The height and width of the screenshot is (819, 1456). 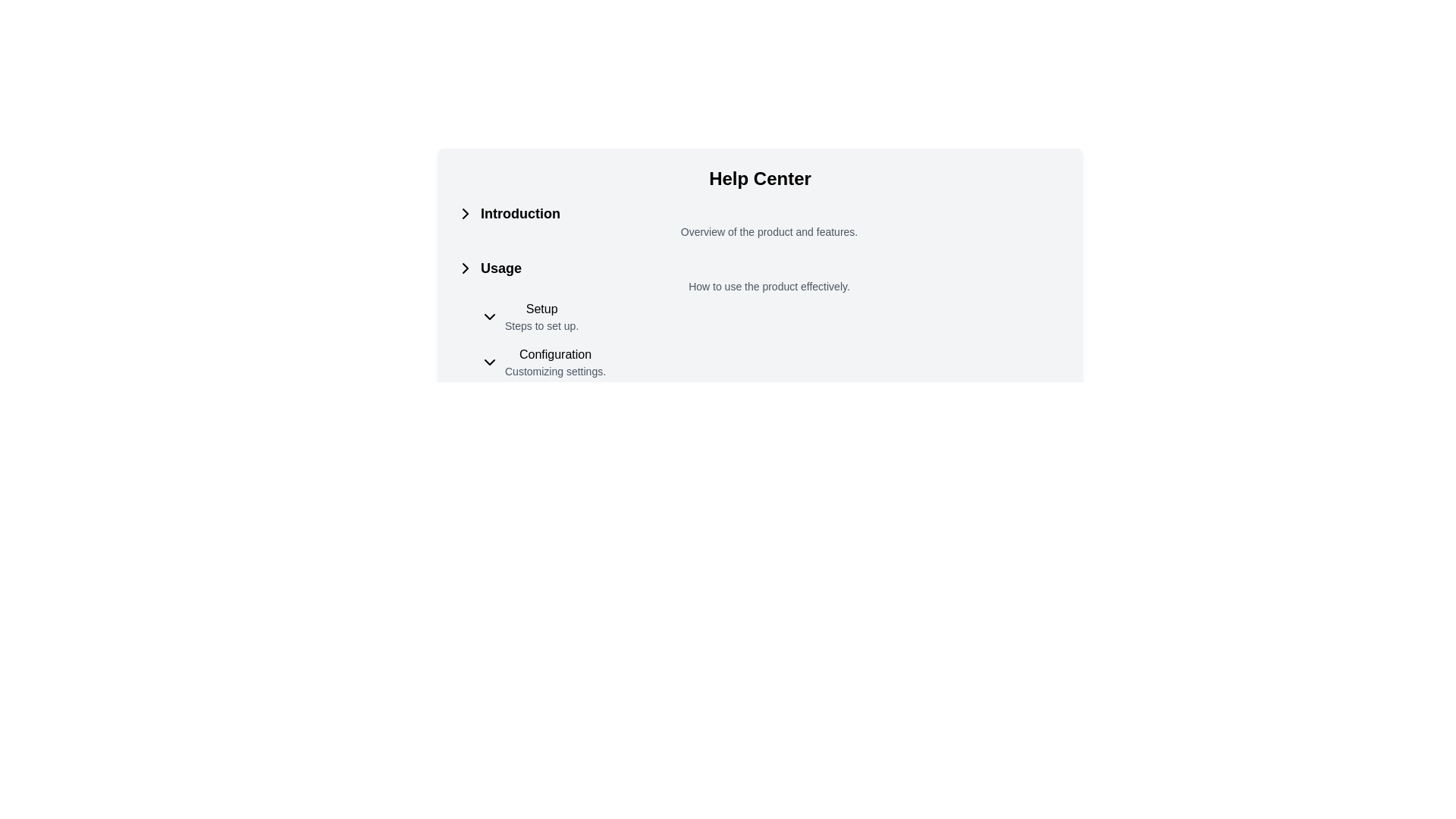 I want to click on description text of the 'Introduction' section header located near the top of the interface under 'Help Center', so click(x=760, y=221).